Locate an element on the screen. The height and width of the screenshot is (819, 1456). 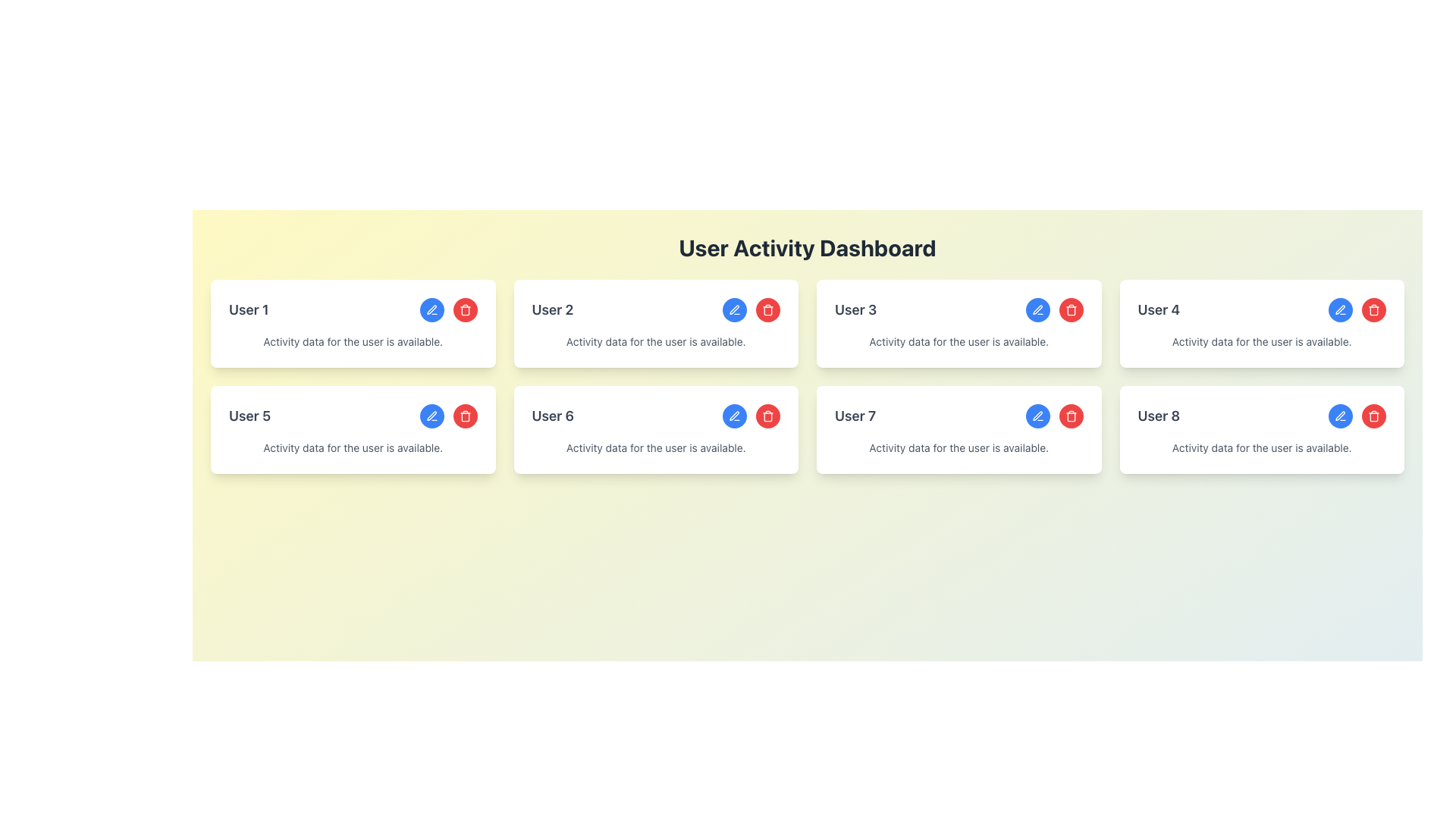
the text label displaying 'Activity data for the user is available.' which is located below the 'User 2' heading in the second card of the User Activity Dashboard is located at coordinates (656, 342).